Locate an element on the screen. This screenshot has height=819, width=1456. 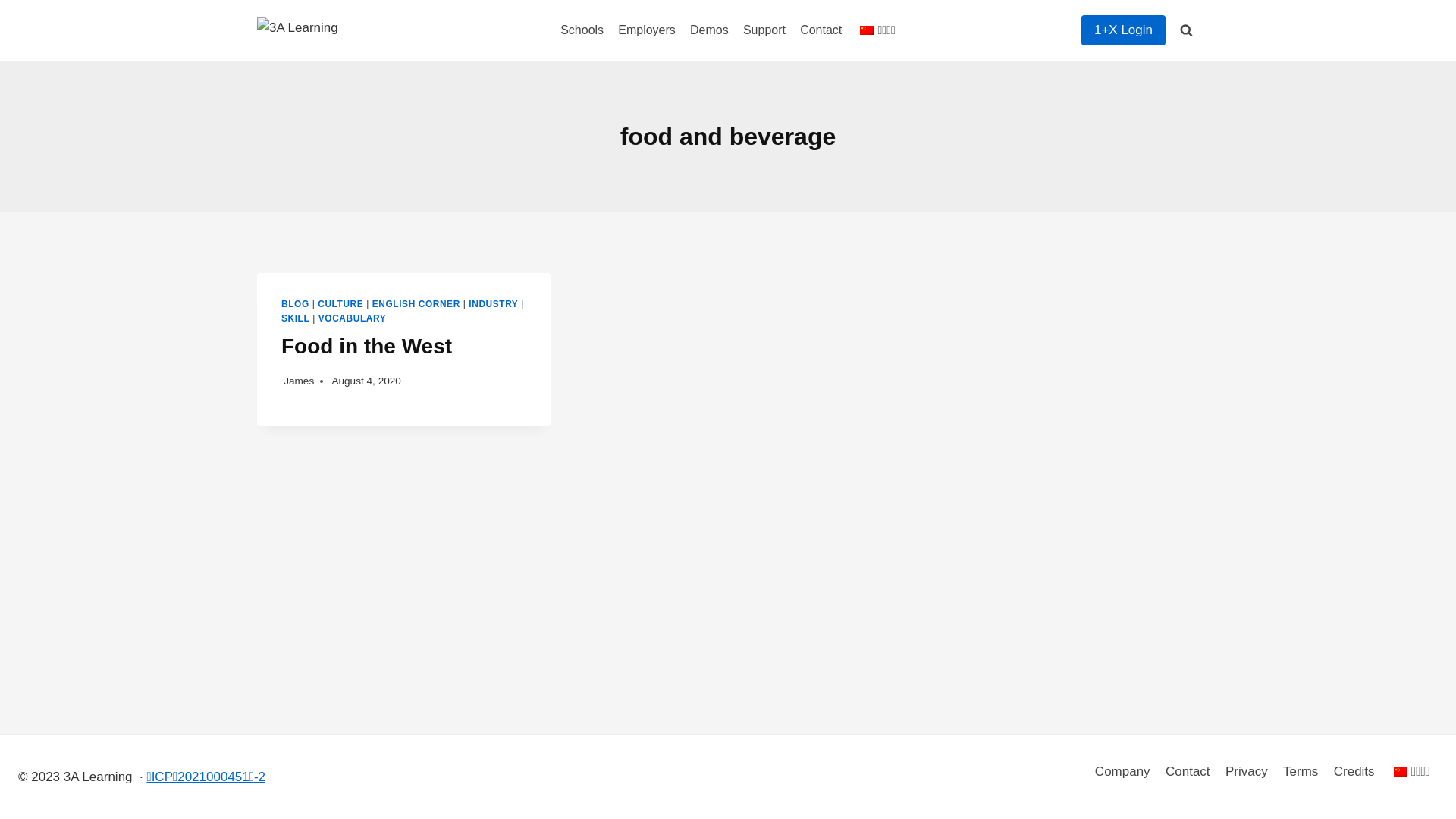
'ENGLISH CORNER' is located at coordinates (372, 304).